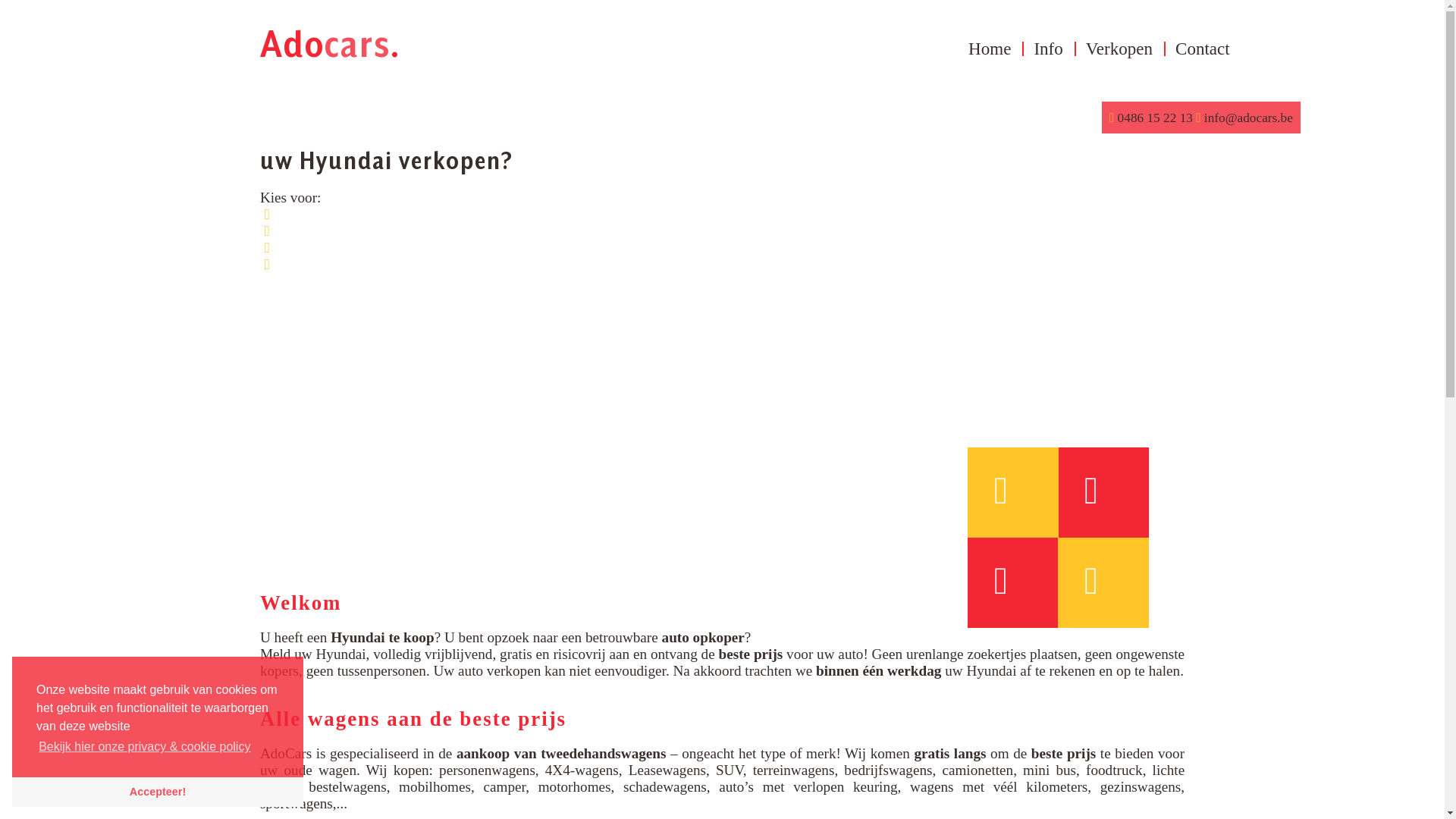  What do you see at coordinates (956, 48) in the screenshot?
I see `'Home'` at bounding box center [956, 48].